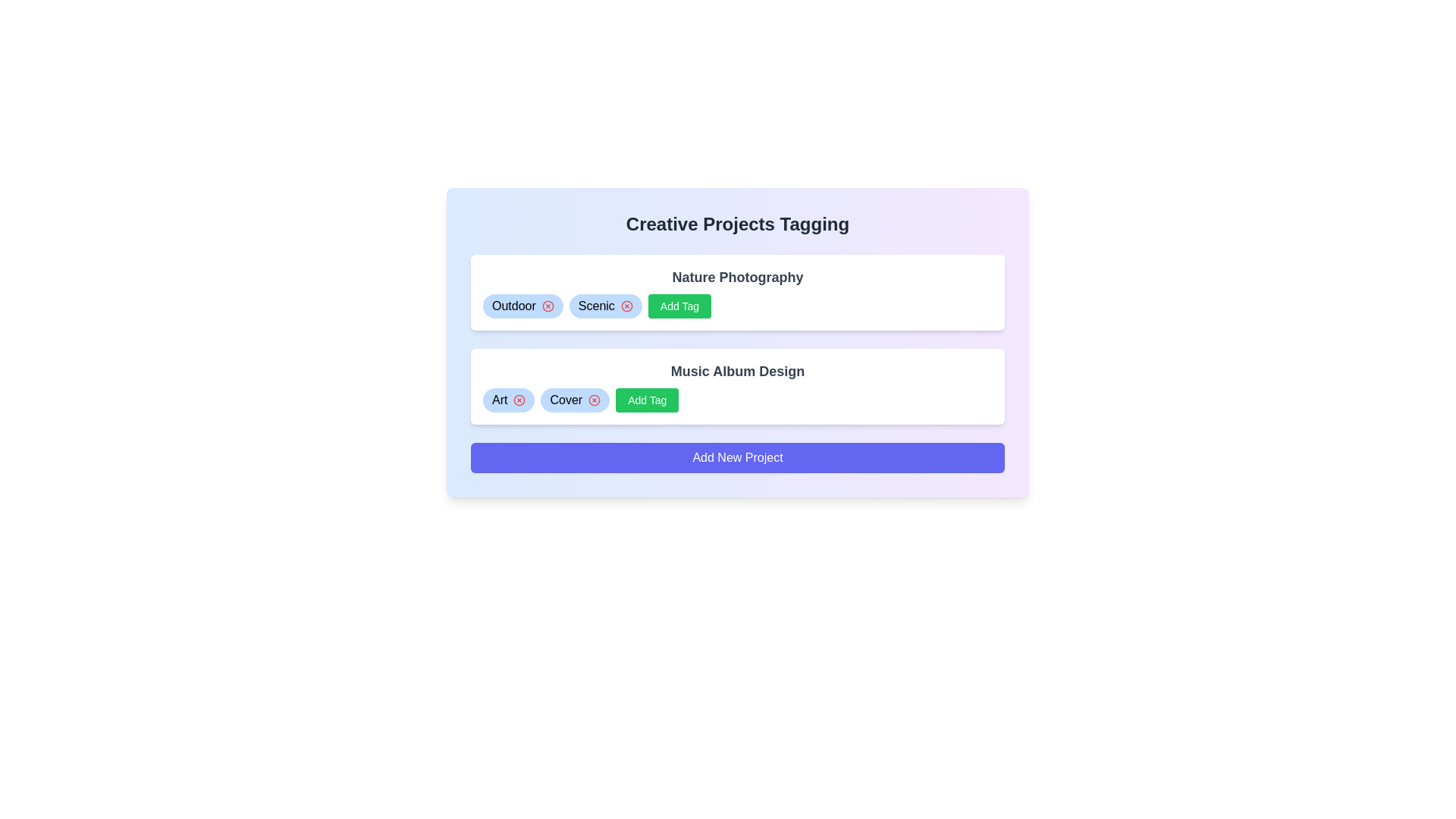 This screenshot has height=819, width=1456. I want to click on the green 'Add Tag' button with white text, so click(647, 400).